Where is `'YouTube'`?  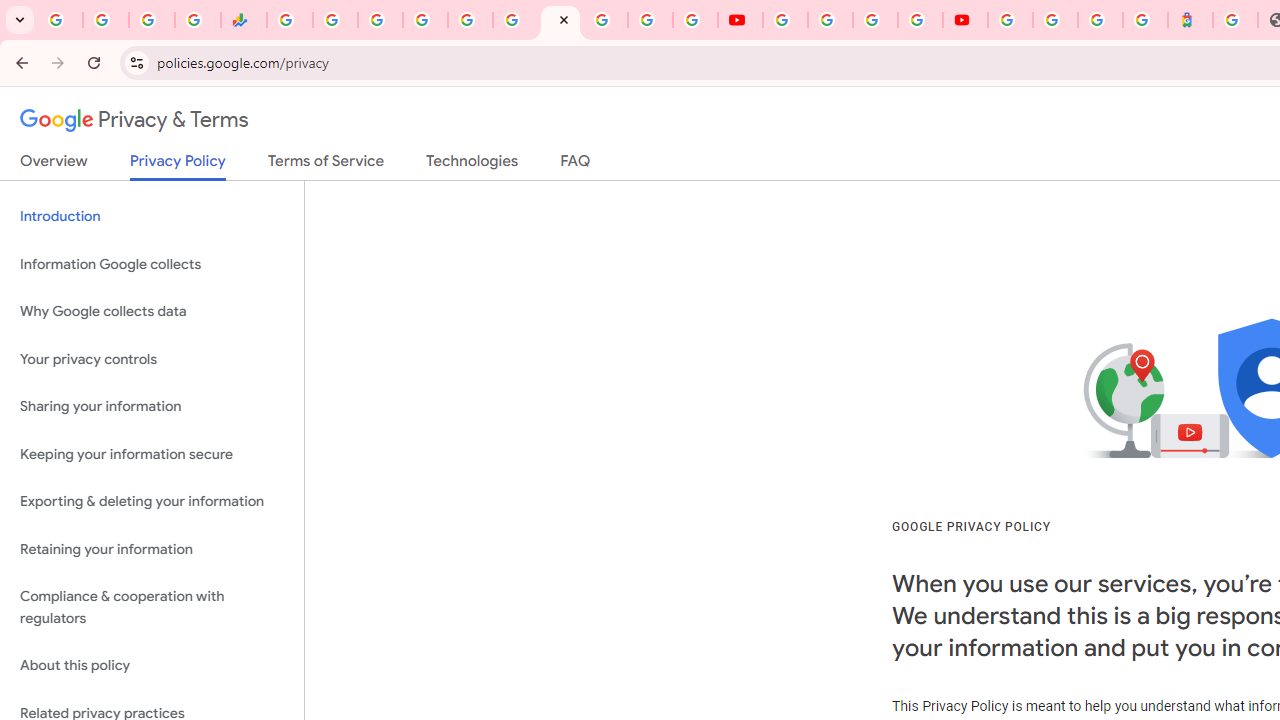
'YouTube' is located at coordinates (739, 20).